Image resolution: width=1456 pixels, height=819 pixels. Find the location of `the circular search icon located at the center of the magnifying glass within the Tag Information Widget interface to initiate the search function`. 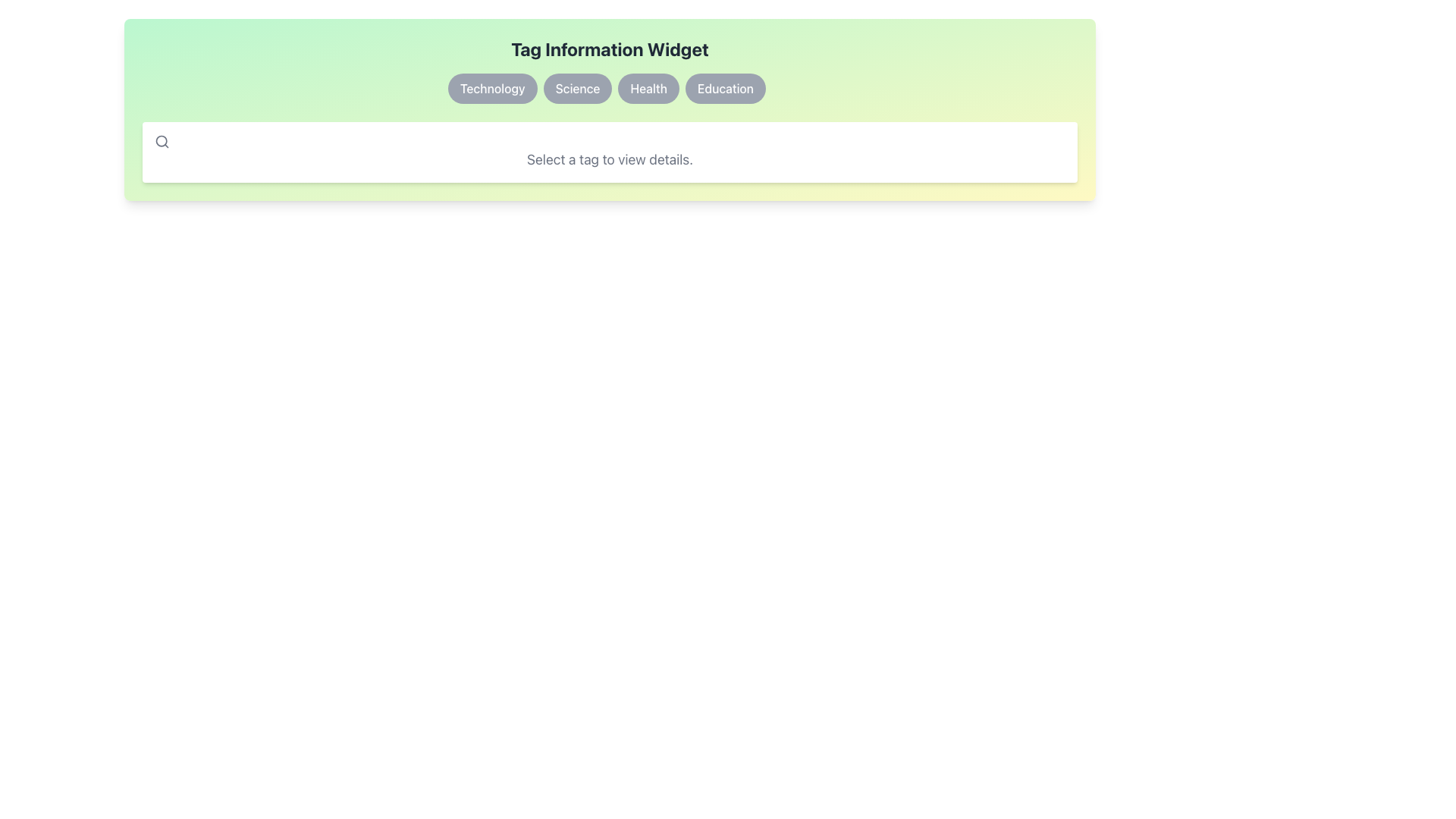

the circular search icon located at the center of the magnifying glass within the Tag Information Widget interface to initiate the search function is located at coordinates (162, 141).